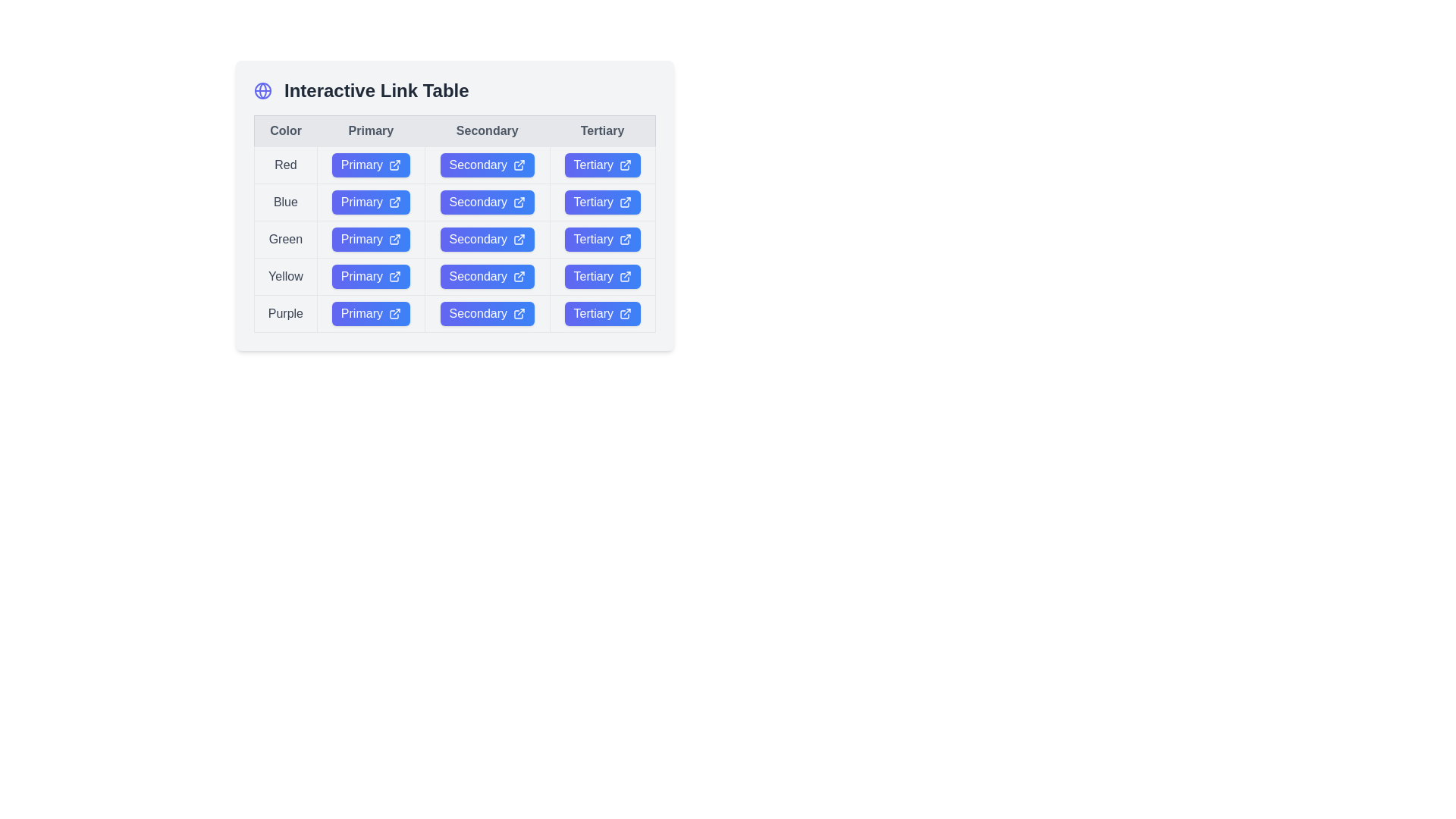  Describe the element at coordinates (601, 165) in the screenshot. I see `the third button in the last column under the 'Tertiary' column header of the 'Red' row` at that location.